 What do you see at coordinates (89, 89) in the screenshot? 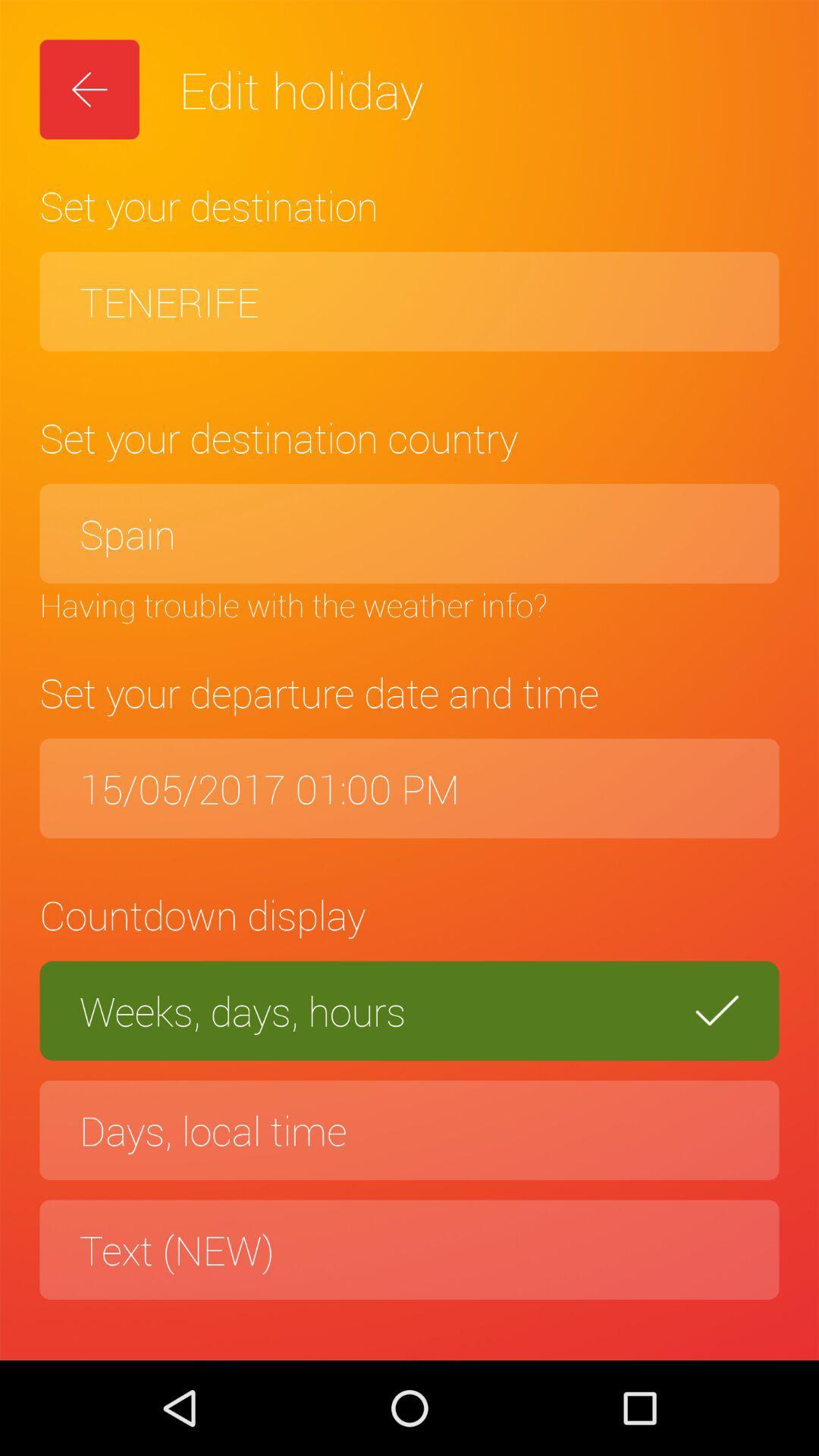
I see `icon above the set your destination icon` at bounding box center [89, 89].